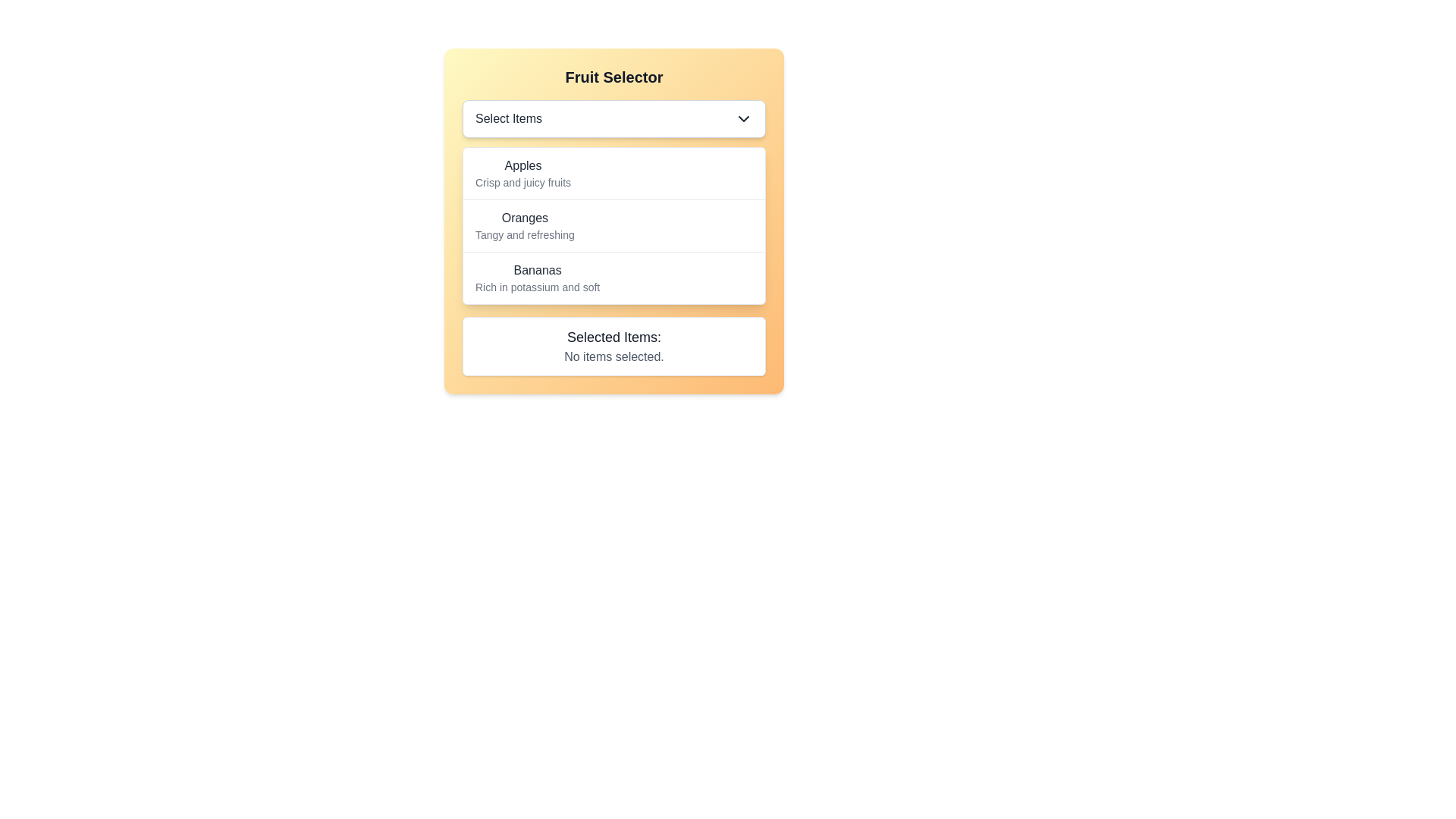  Describe the element at coordinates (525, 234) in the screenshot. I see `the text element displaying 'Tangy and refreshing', which is styled in light gray and positioned below the larger text 'Oranges' in a vertical list of fruits` at that location.